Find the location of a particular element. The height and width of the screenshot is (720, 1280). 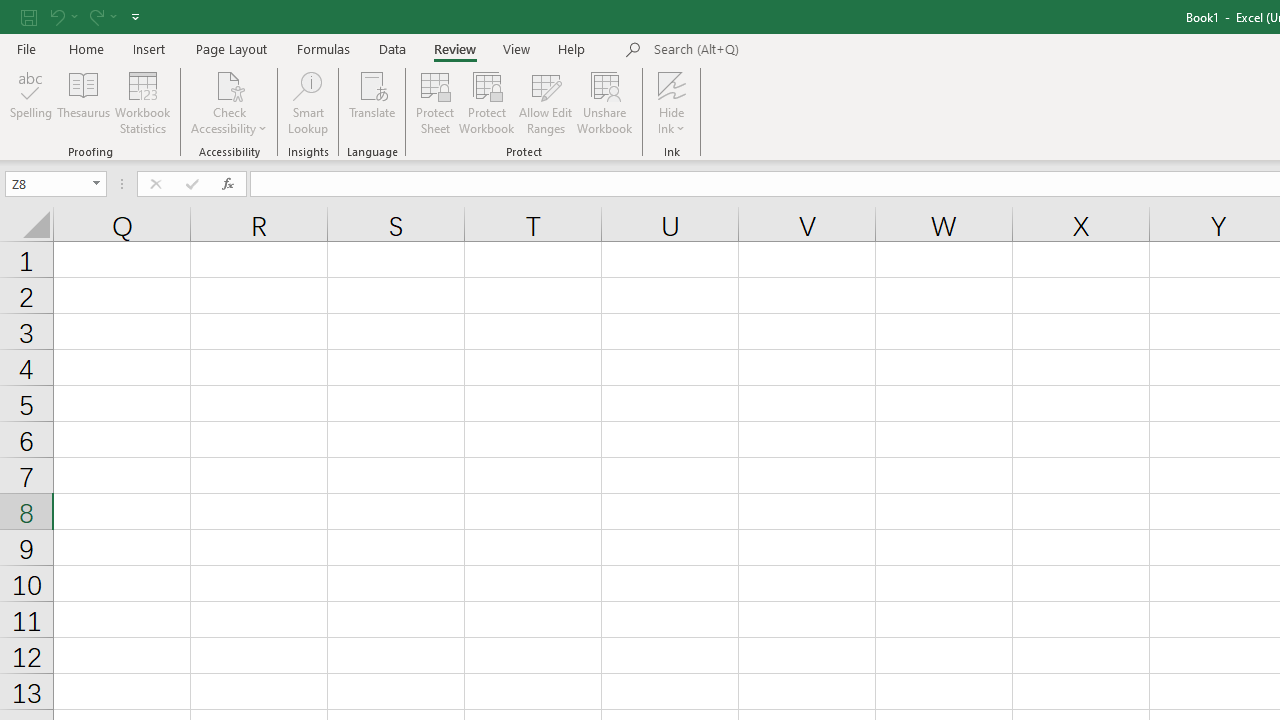

'Unshare Workbook' is located at coordinates (603, 103).